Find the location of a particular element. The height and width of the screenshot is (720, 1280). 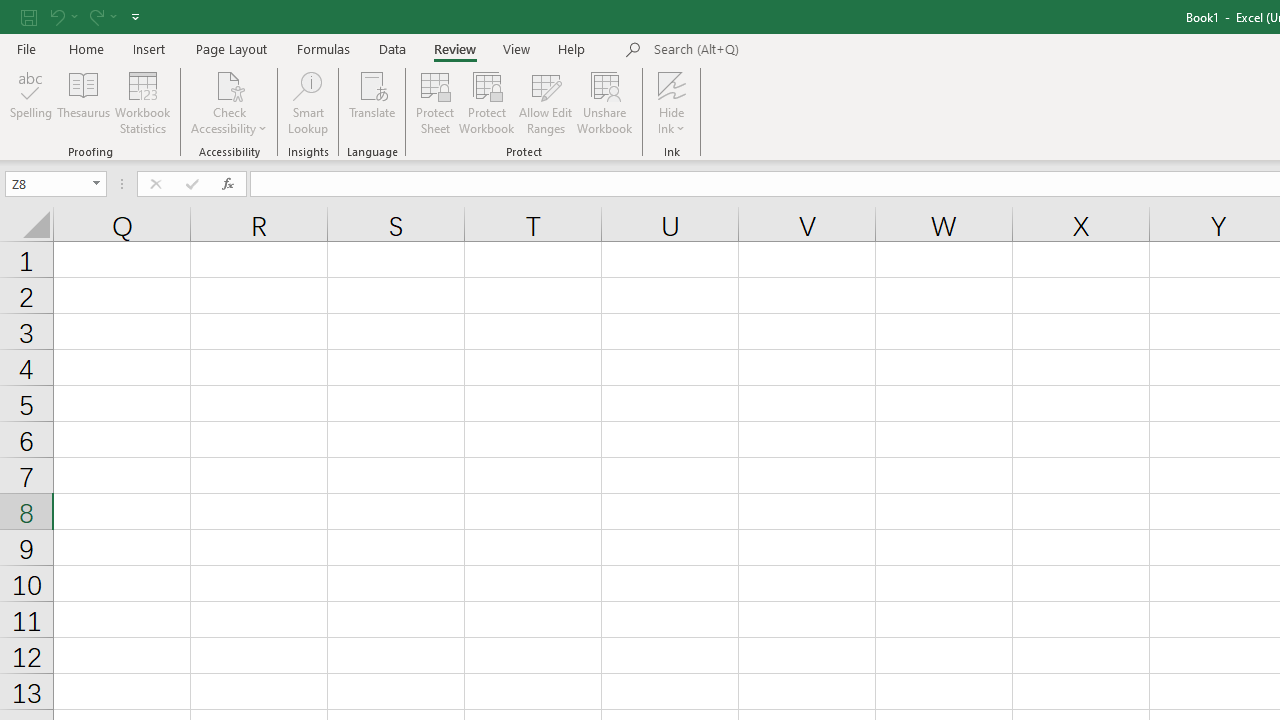

'Unshare Workbook' is located at coordinates (603, 103).